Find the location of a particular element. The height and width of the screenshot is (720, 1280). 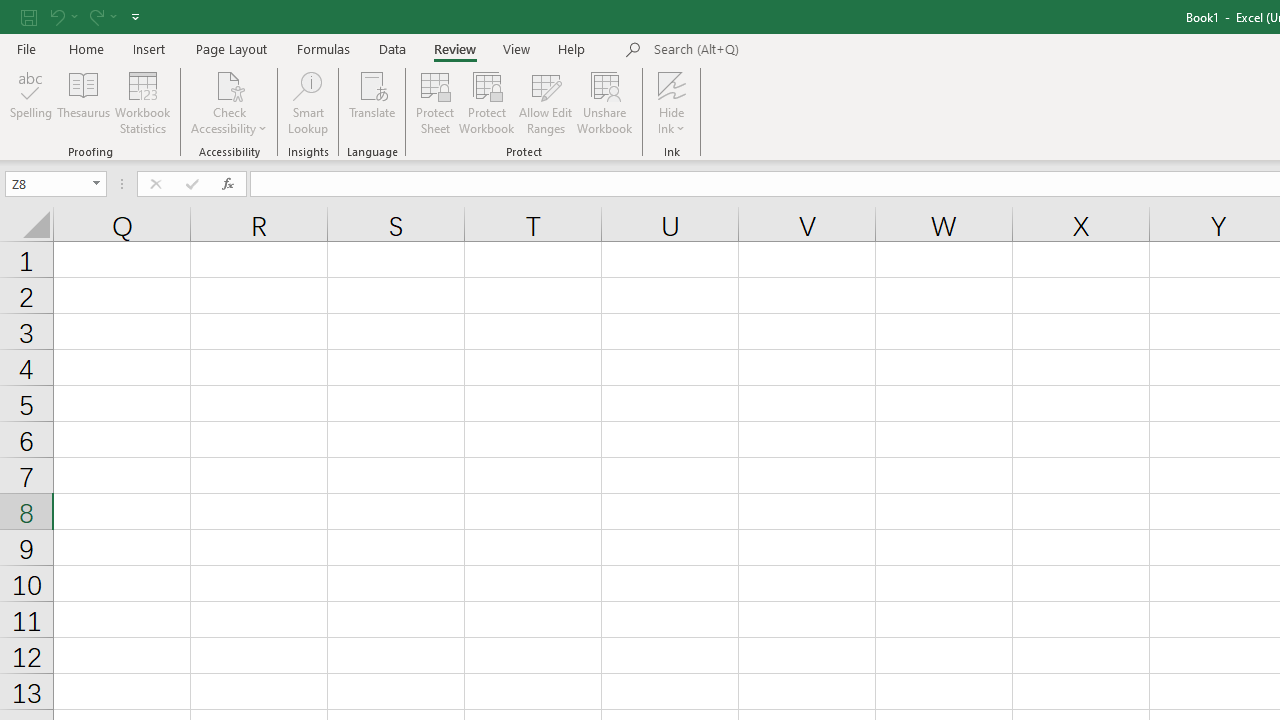

'Unshare Workbook' is located at coordinates (603, 103).